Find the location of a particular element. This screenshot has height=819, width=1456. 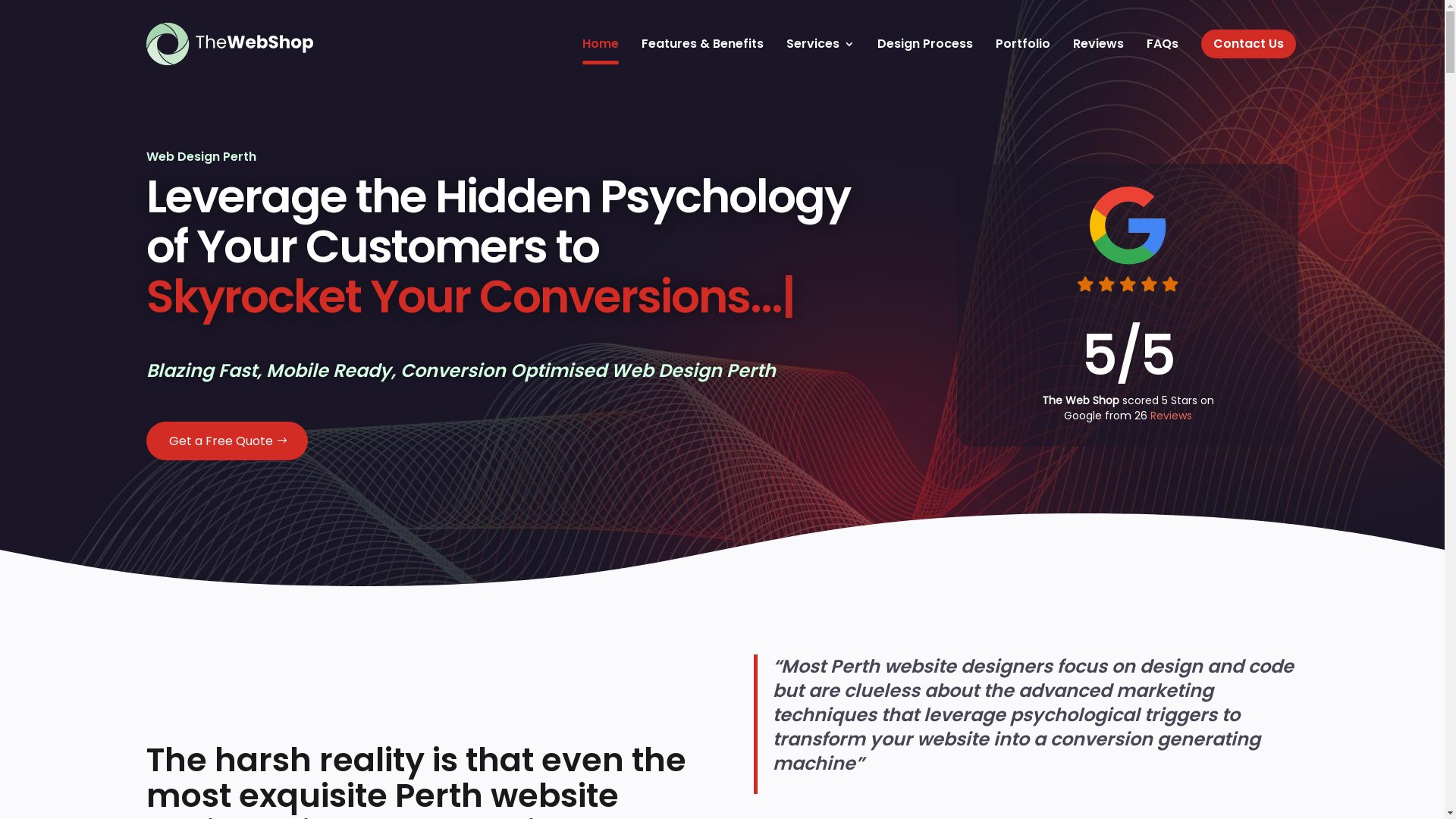

'Portfolio' is located at coordinates (1022, 42).